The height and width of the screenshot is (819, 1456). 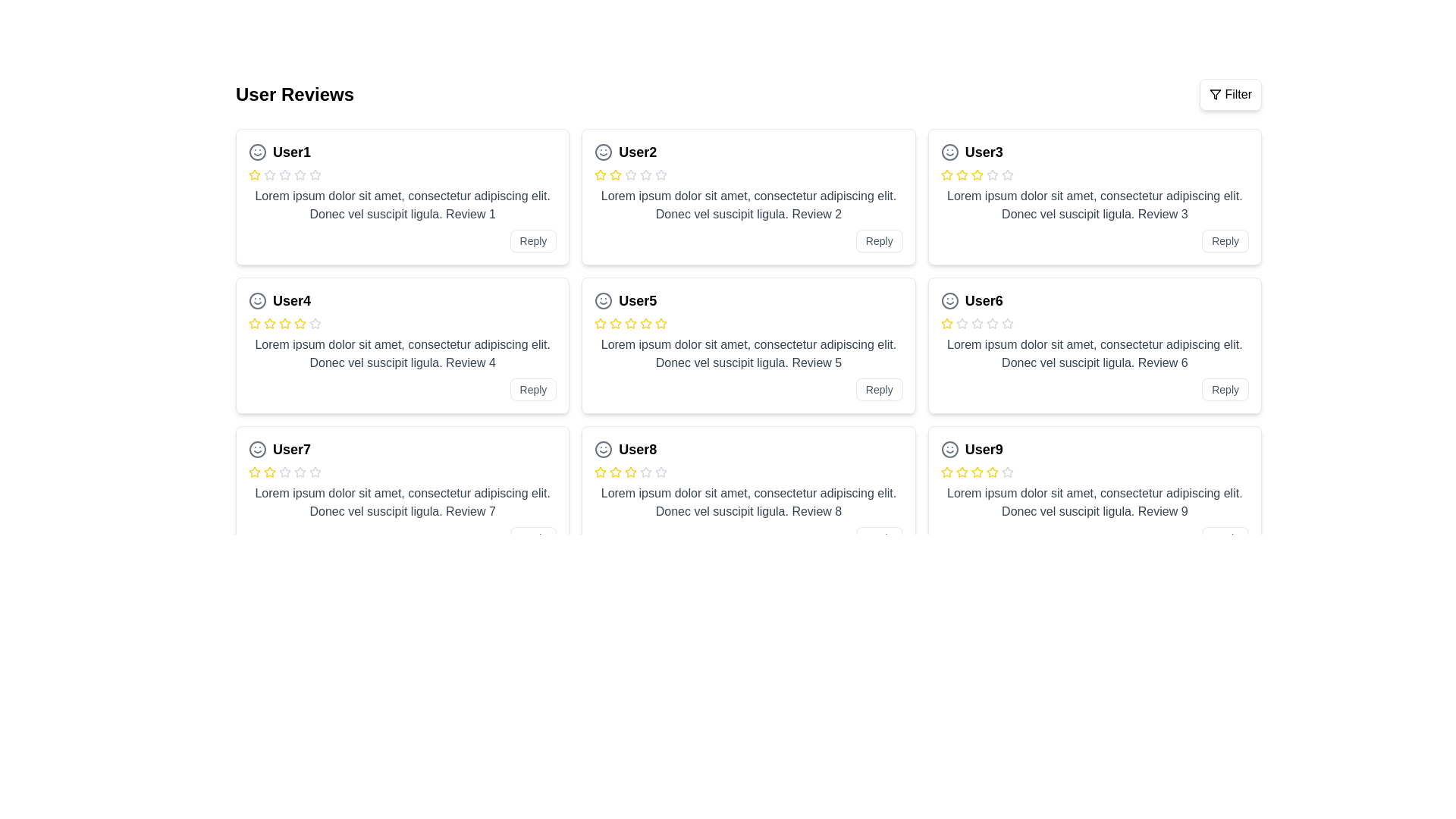 What do you see at coordinates (255, 174) in the screenshot?
I see `the first star icon in the rating system for User1's review, which allows users to provide feedback by selecting a rating` at bounding box center [255, 174].